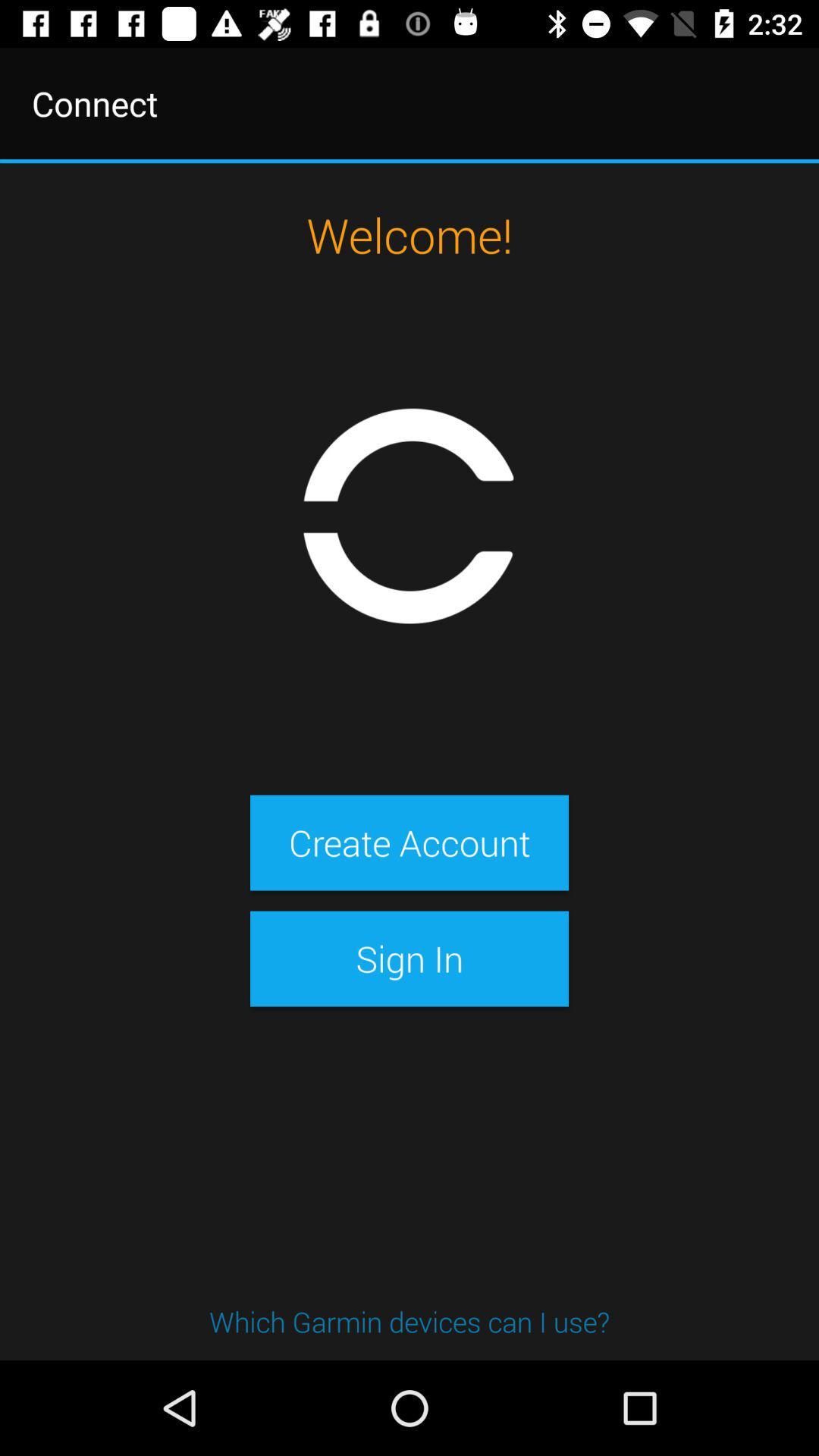 The height and width of the screenshot is (1456, 819). Describe the element at coordinates (409, 1320) in the screenshot. I see `which garmin devices` at that location.